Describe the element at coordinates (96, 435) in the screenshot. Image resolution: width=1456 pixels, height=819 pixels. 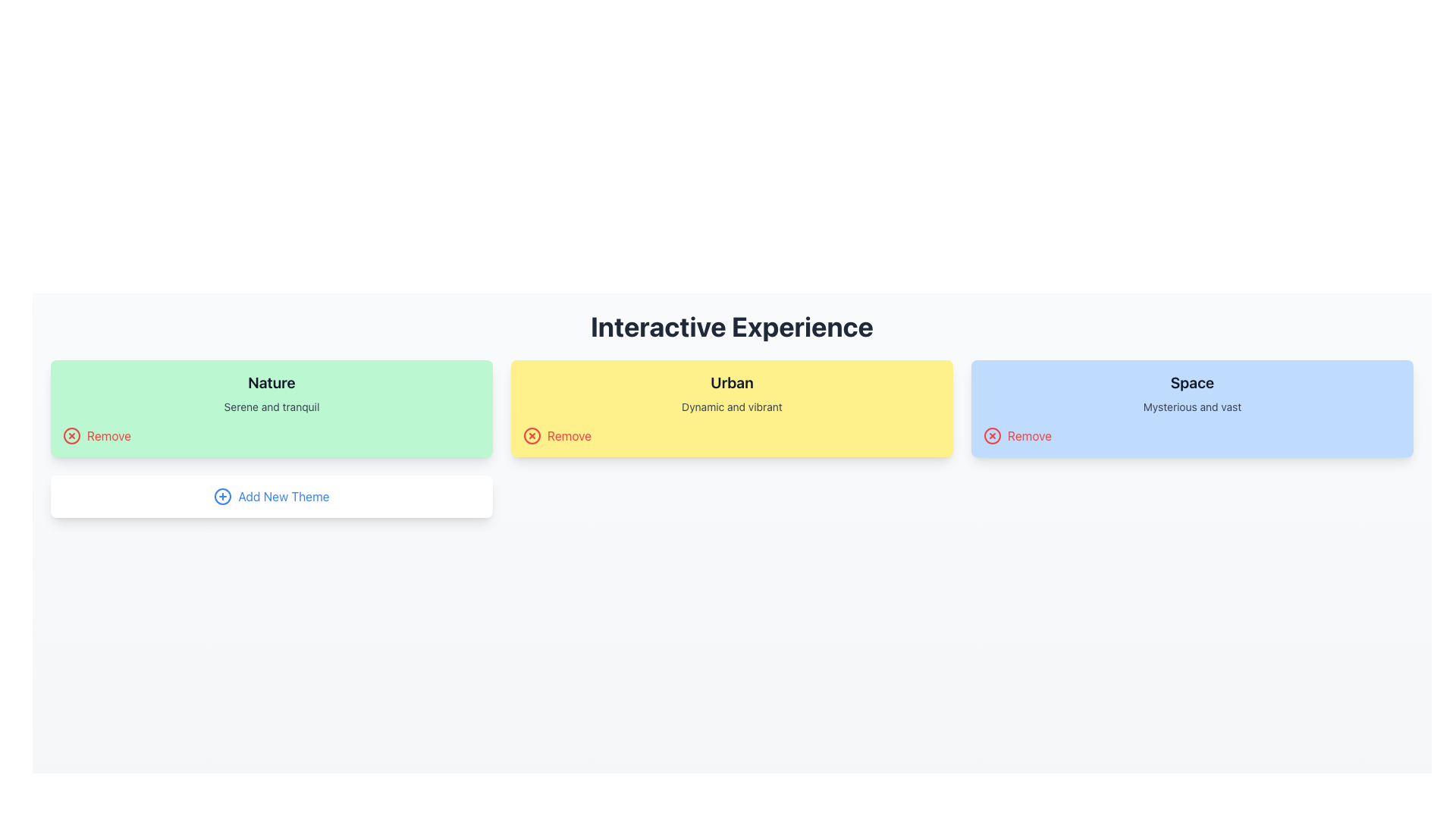
I see `the 'Remove' action button located at the bottom-left corner of the green card labeled 'Nature' with the subtitle 'Serene and tranquil' to change its color` at that location.